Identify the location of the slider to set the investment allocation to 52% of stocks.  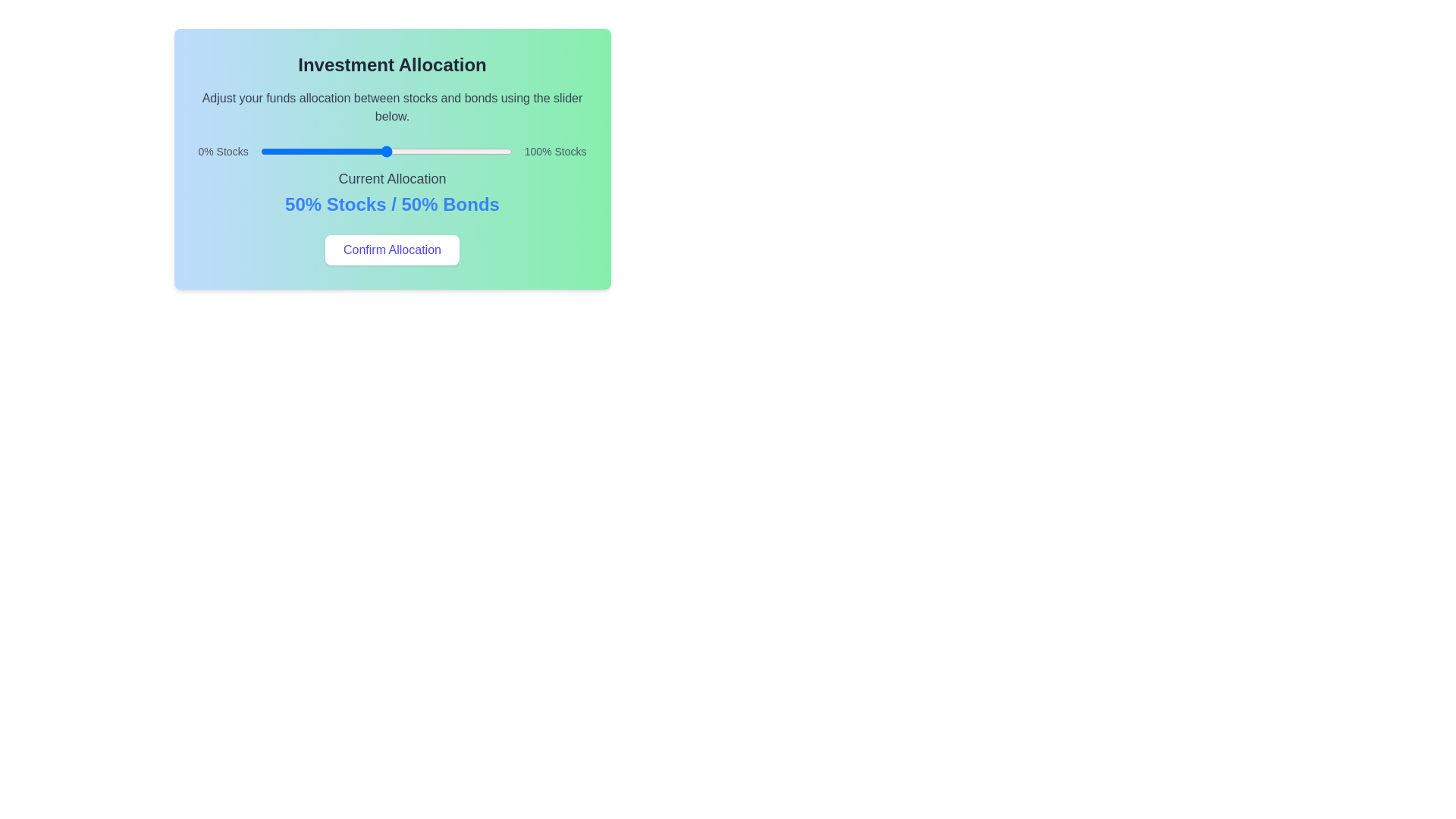
(391, 152).